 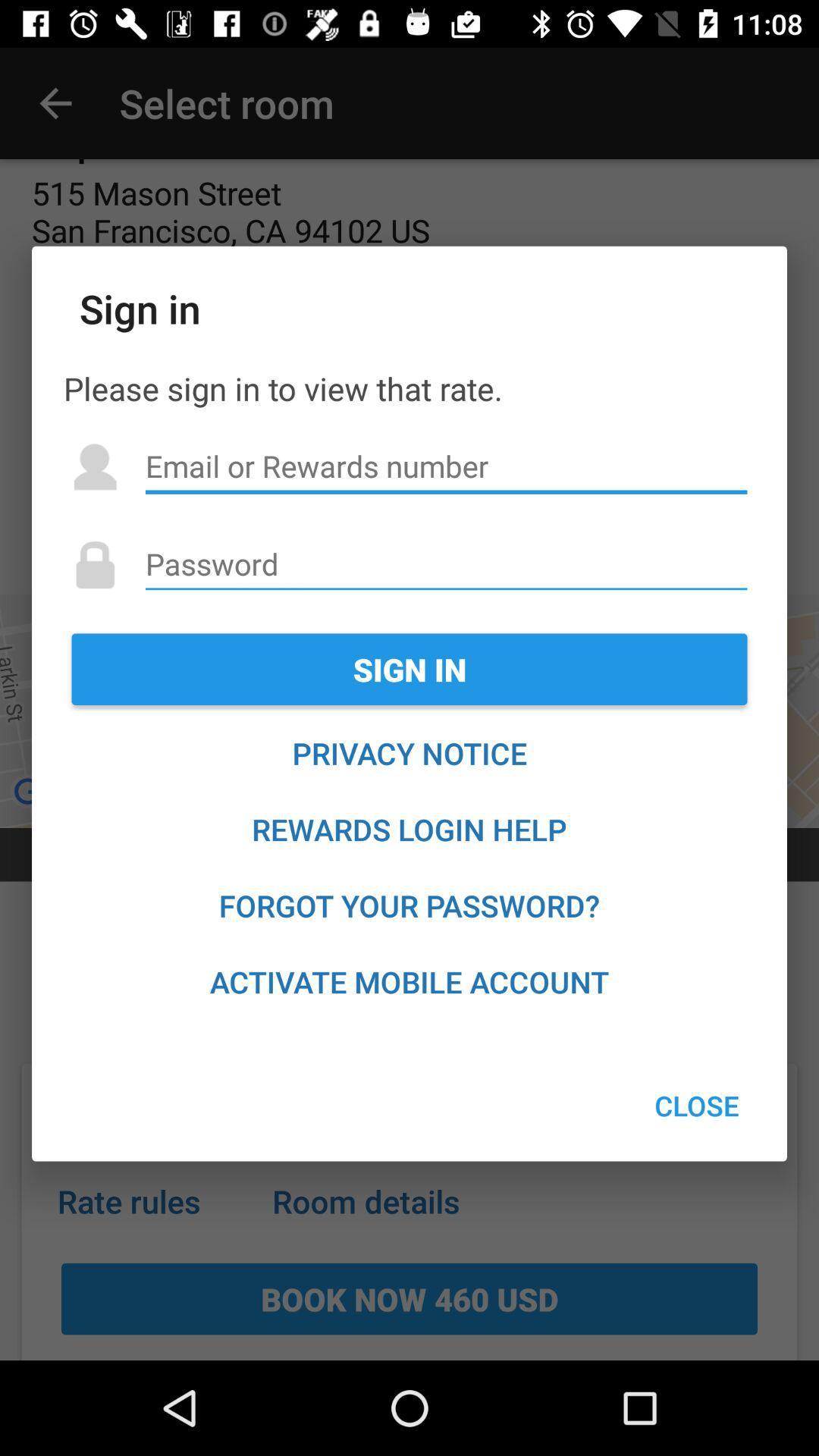 What do you see at coordinates (409, 981) in the screenshot?
I see `activate mobile account icon` at bounding box center [409, 981].